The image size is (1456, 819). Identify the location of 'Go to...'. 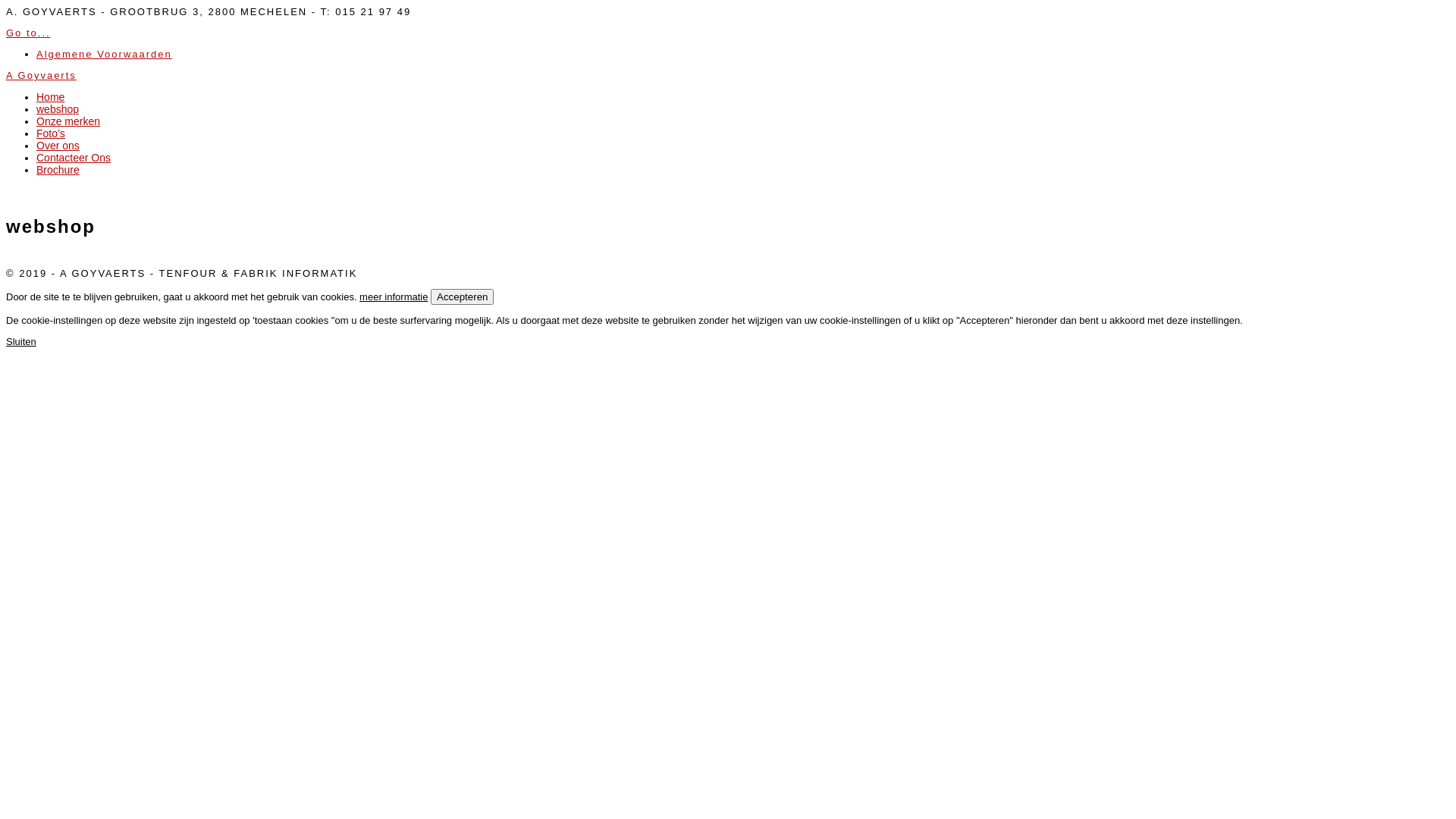
(28, 33).